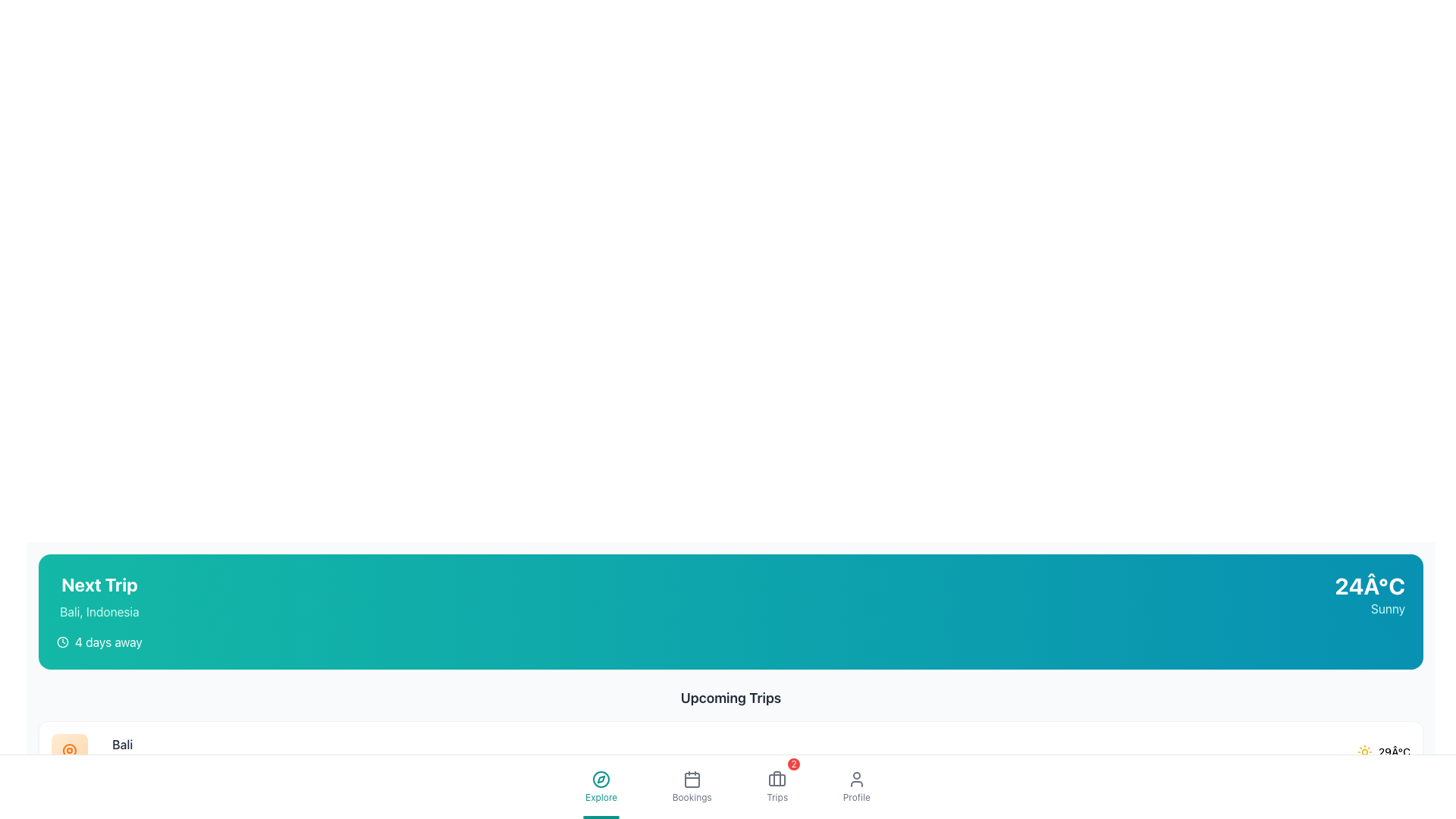  What do you see at coordinates (1370, 607) in the screenshot?
I see `text label indicating the current weather status (Sunny) located in the top-right corner of the interface, under the text '24°C'` at bounding box center [1370, 607].